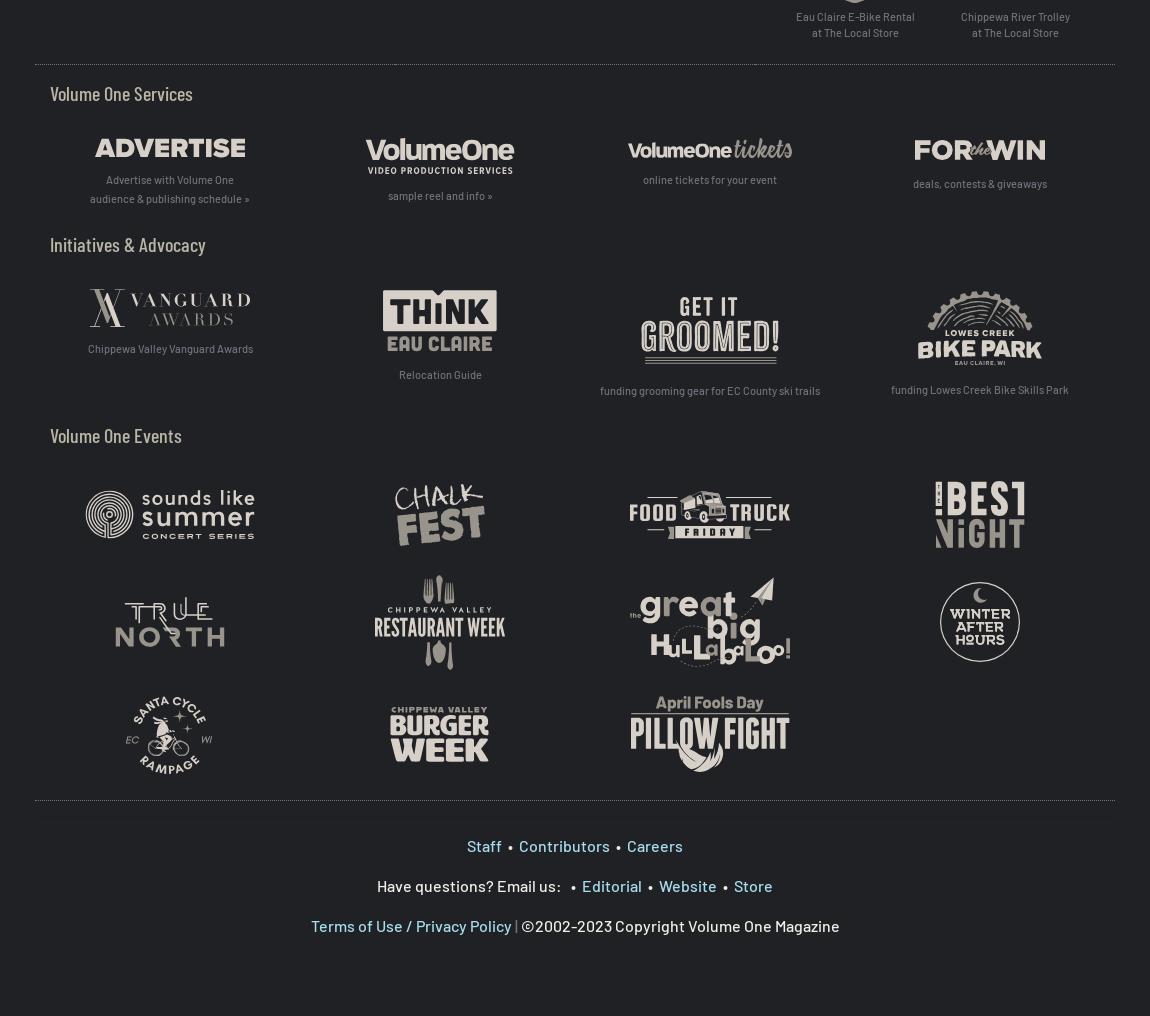  Describe the element at coordinates (678, 923) in the screenshot. I see `'©2002-2023 Copyright Volume One Magazine'` at that location.